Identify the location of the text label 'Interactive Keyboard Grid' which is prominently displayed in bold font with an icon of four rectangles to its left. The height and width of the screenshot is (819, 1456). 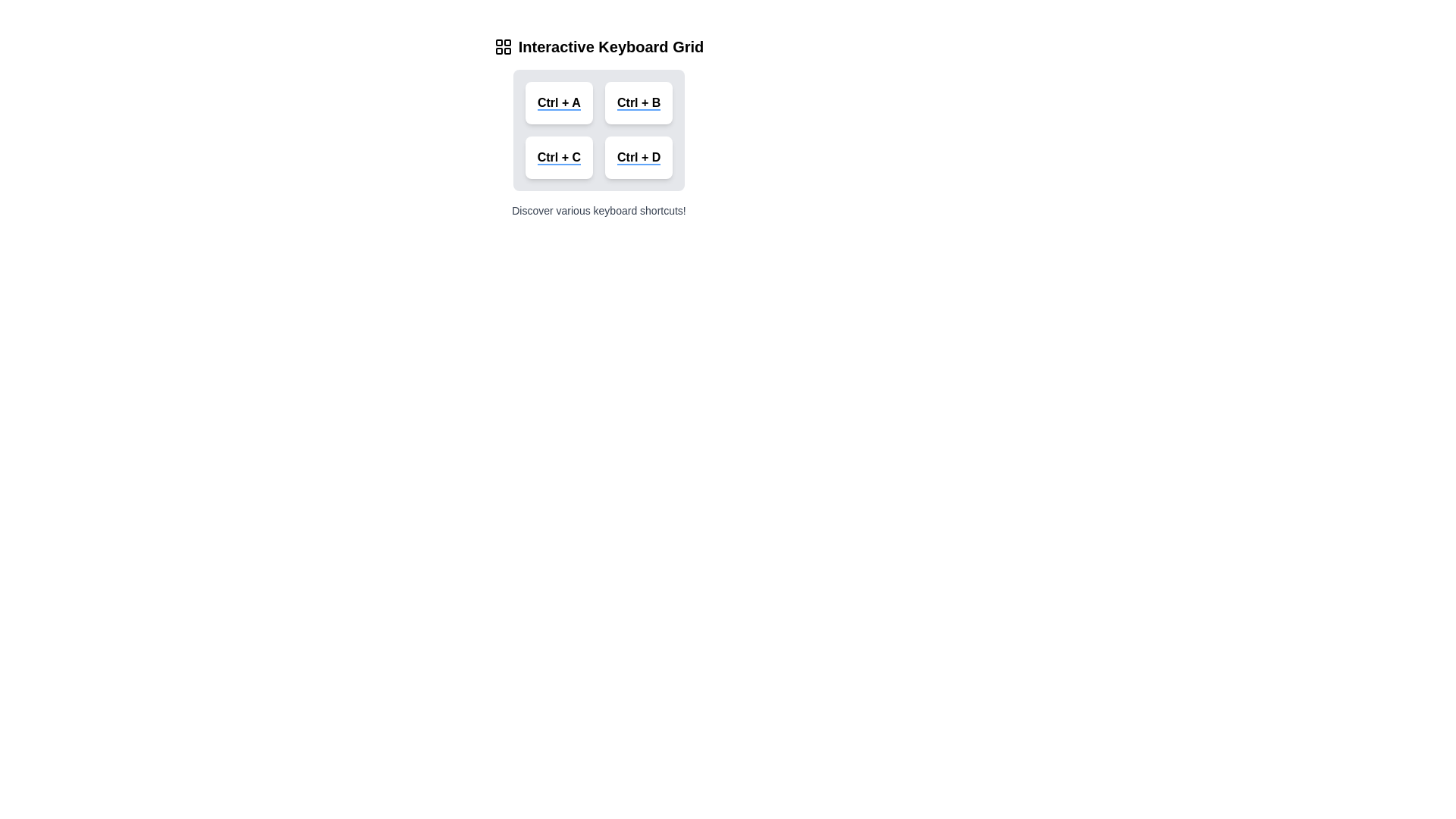
(598, 45).